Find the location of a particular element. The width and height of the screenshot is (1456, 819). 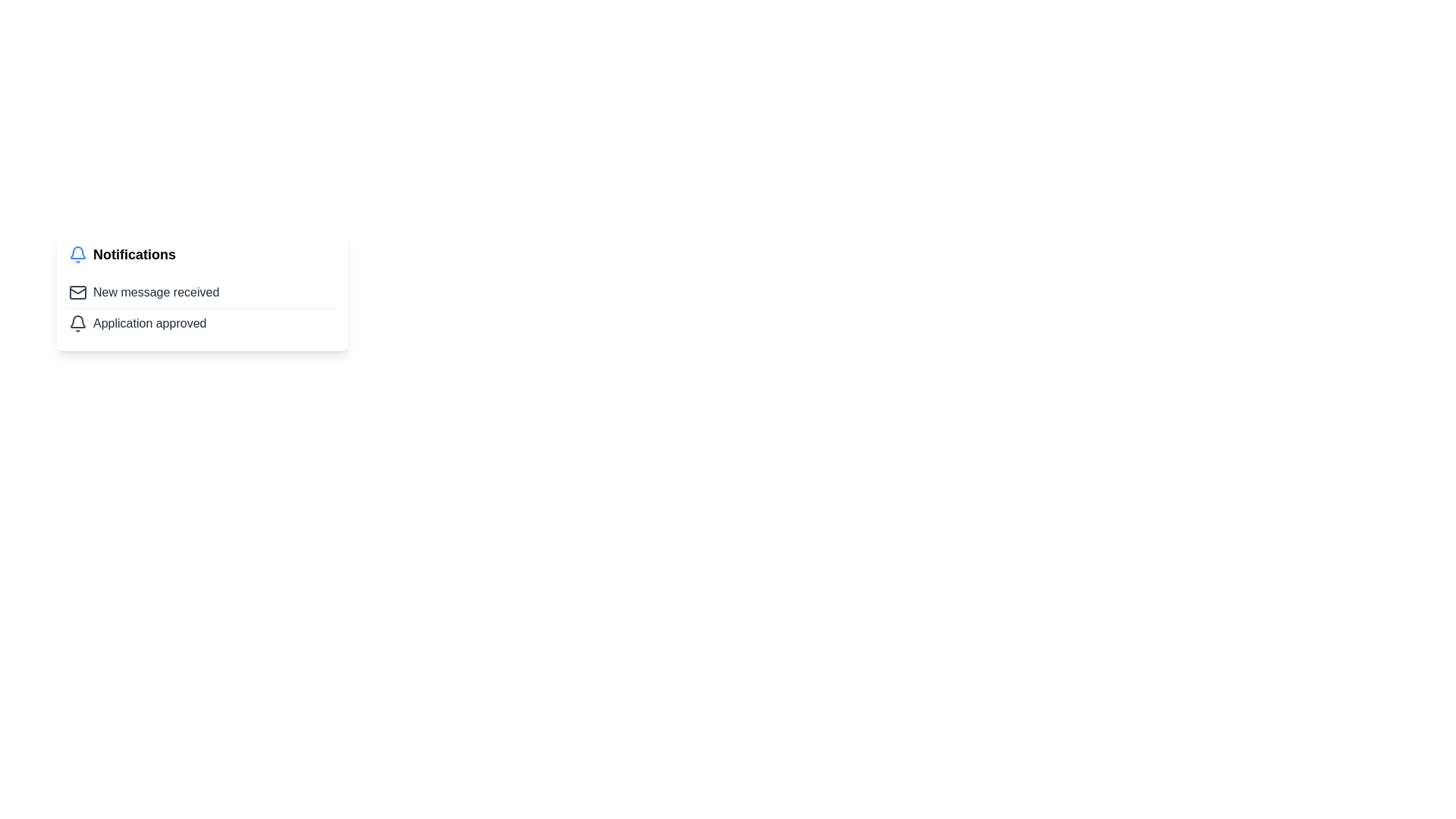

the notification icon that visually indicates a new message, which is located to the left of the text 'New message received' is located at coordinates (77, 292).